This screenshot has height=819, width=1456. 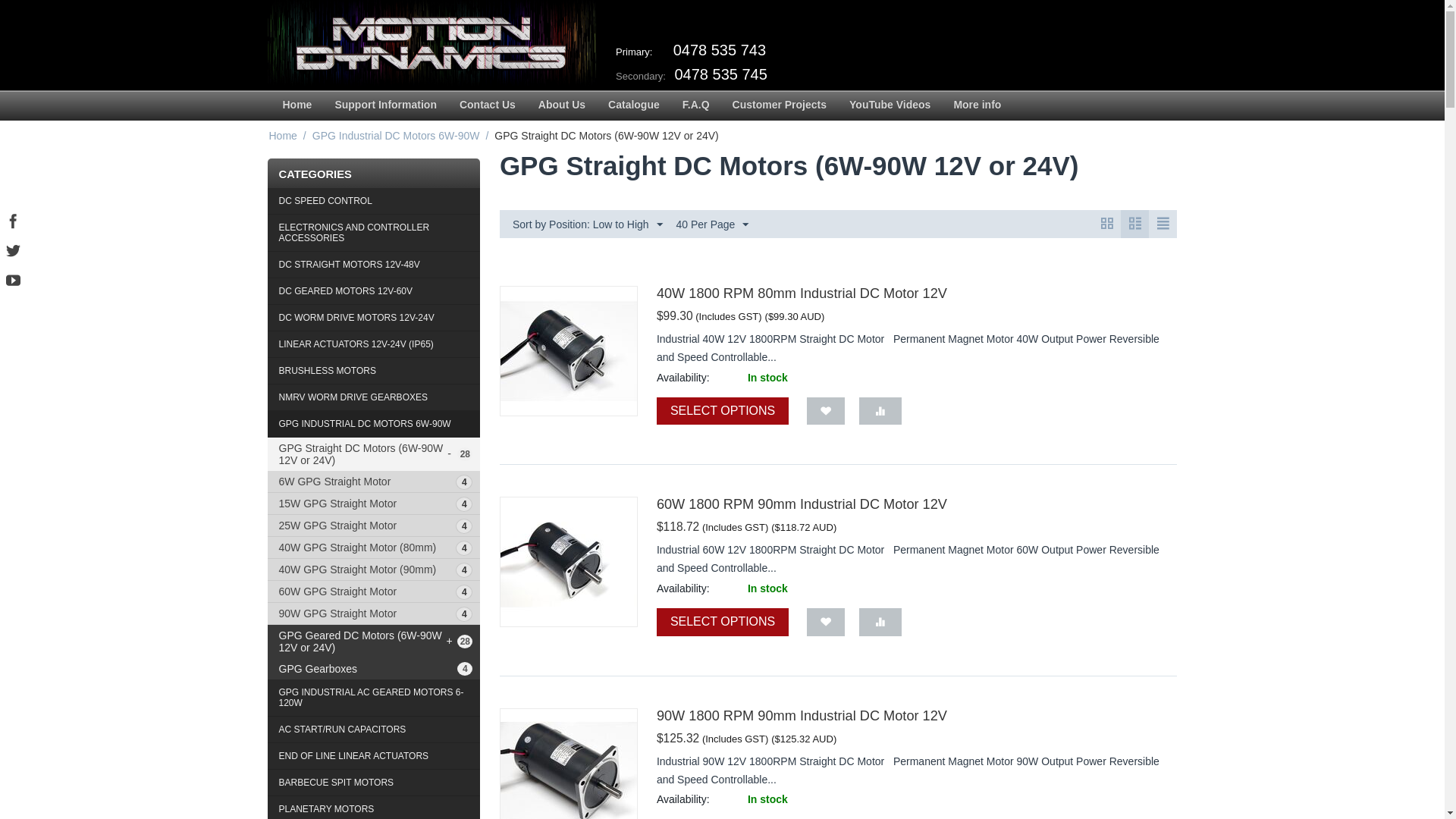 I want to click on 'Customer Projects', so click(x=720, y=105).